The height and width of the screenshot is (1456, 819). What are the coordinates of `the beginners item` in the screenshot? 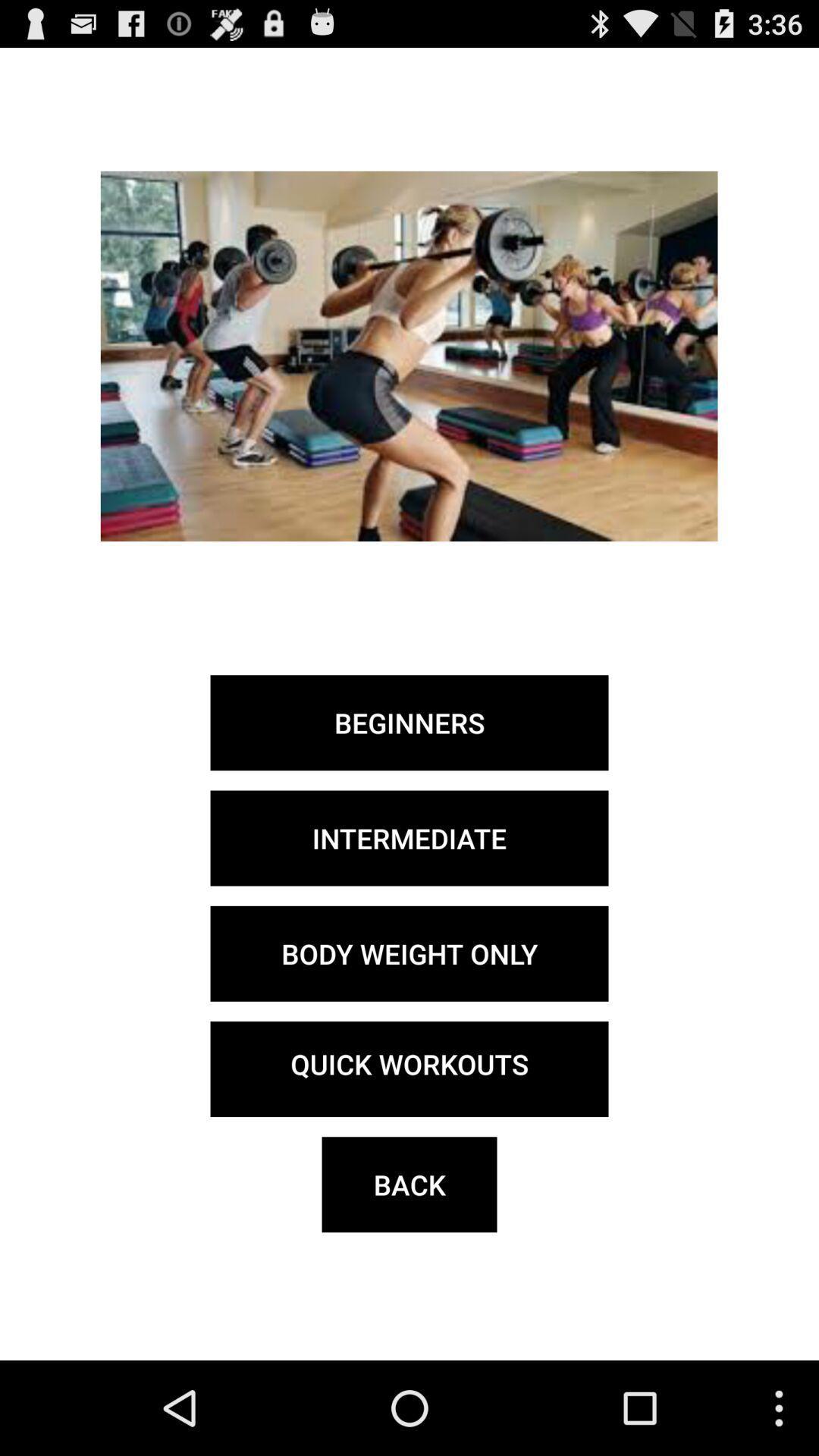 It's located at (409, 722).